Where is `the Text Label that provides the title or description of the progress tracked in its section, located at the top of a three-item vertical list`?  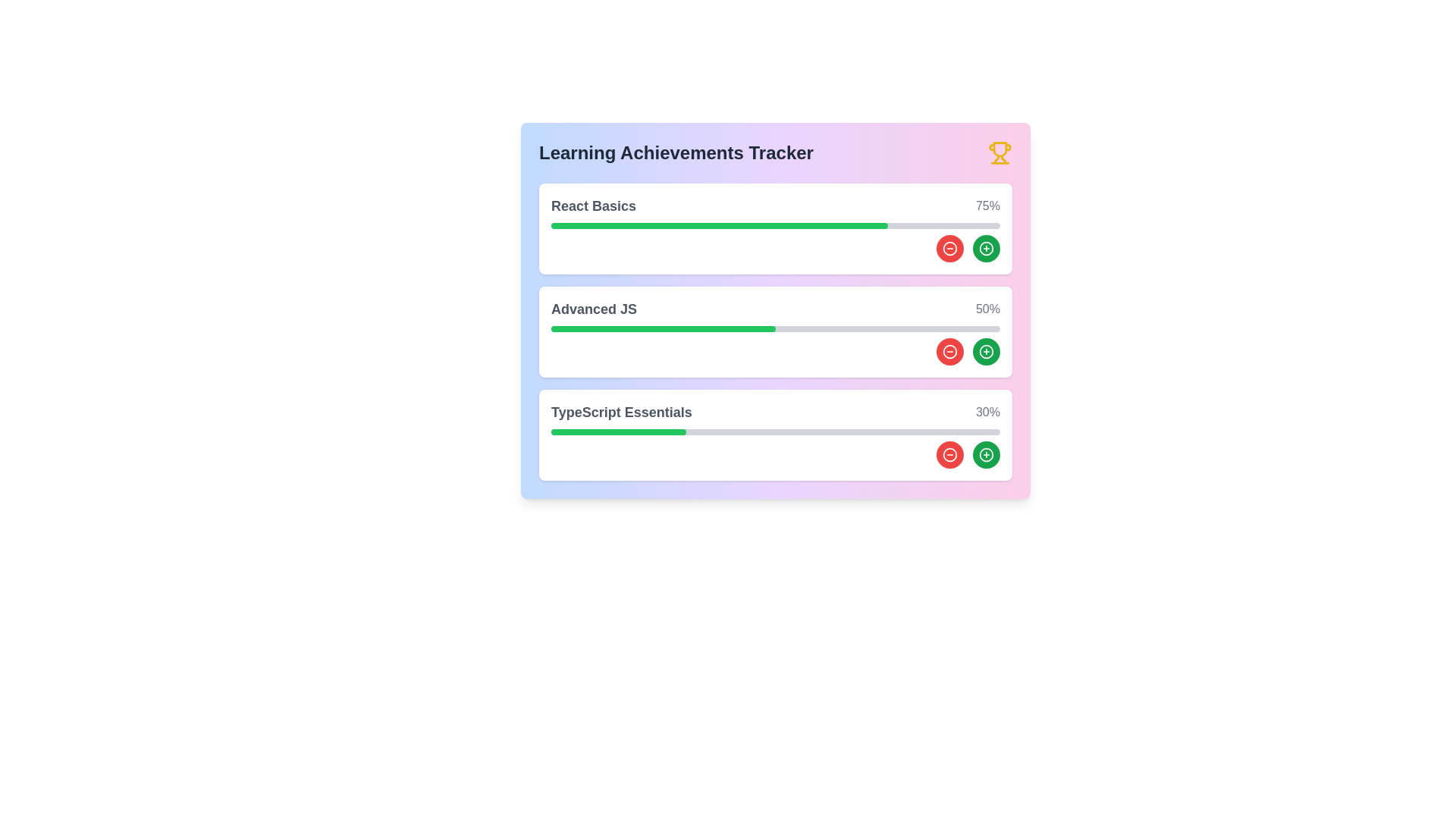
the Text Label that provides the title or description of the progress tracked in its section, located at the top of a three-item vertical list is located at coordinates (592, 206).